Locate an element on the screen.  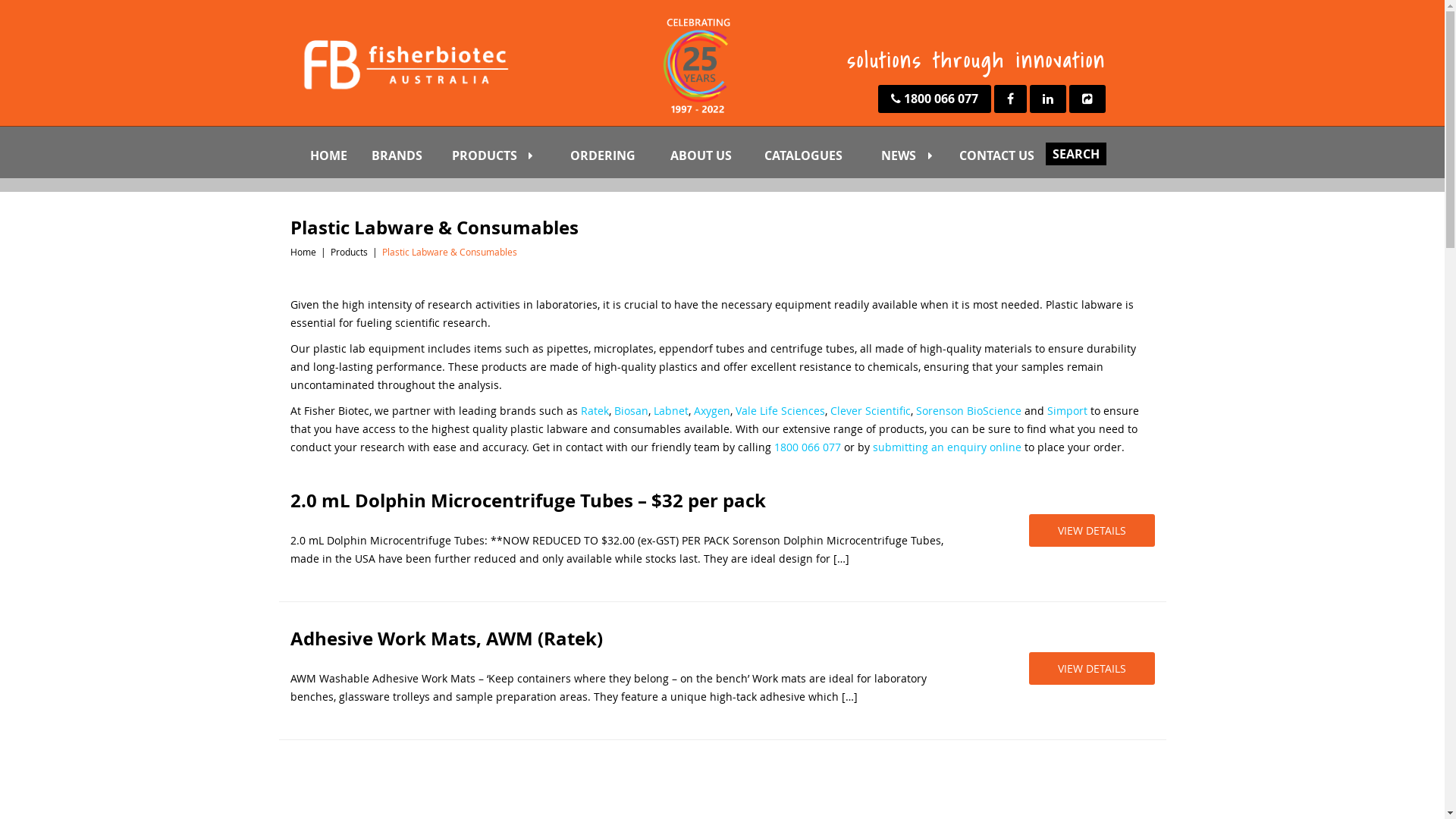
'Products' is located at coordinates (348, 250).